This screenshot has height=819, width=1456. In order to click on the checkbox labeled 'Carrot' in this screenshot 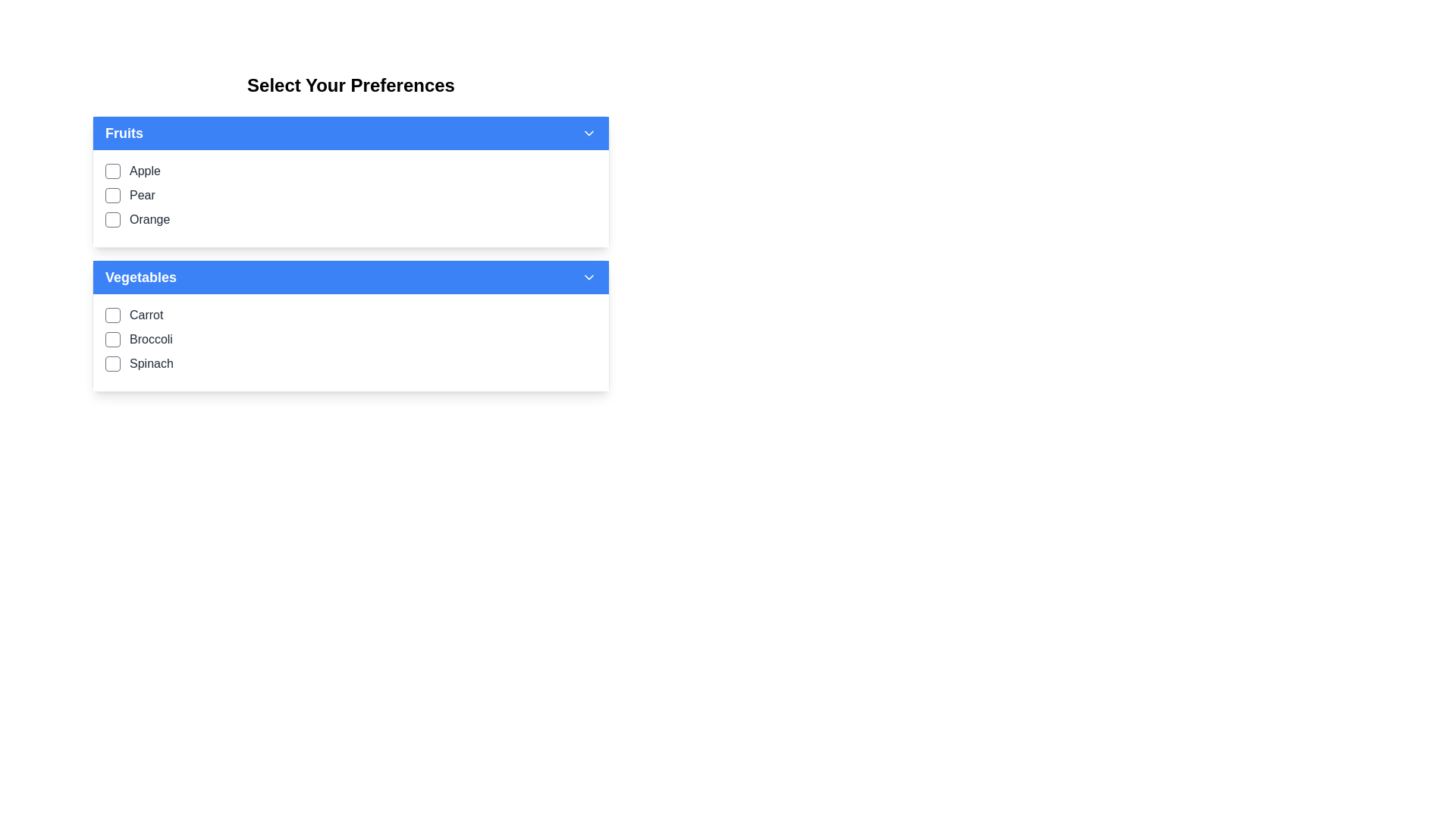, I will do `click(350, 315)`.